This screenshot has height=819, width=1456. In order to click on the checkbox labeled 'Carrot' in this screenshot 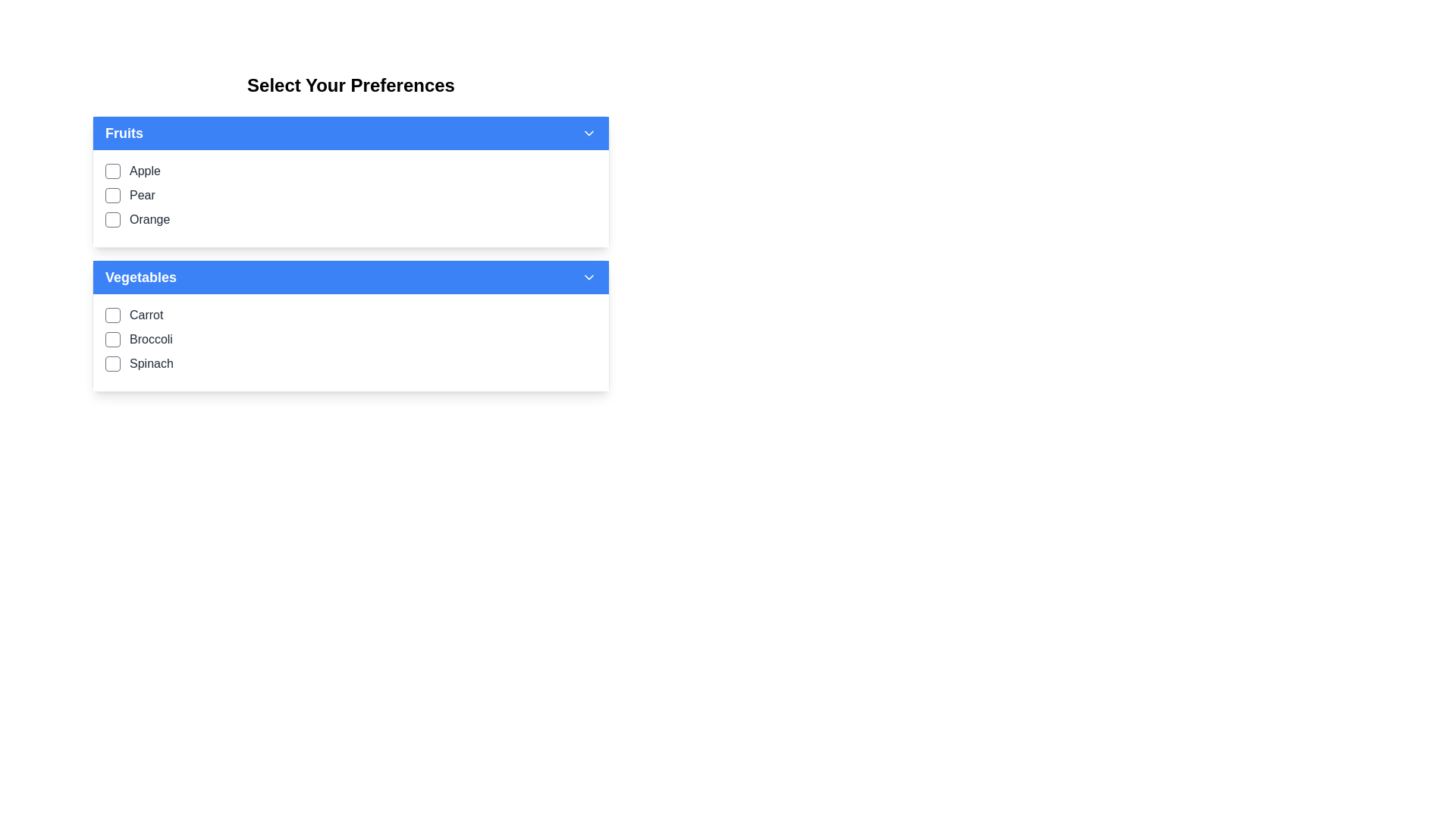, I will do `click(350, 315)`.